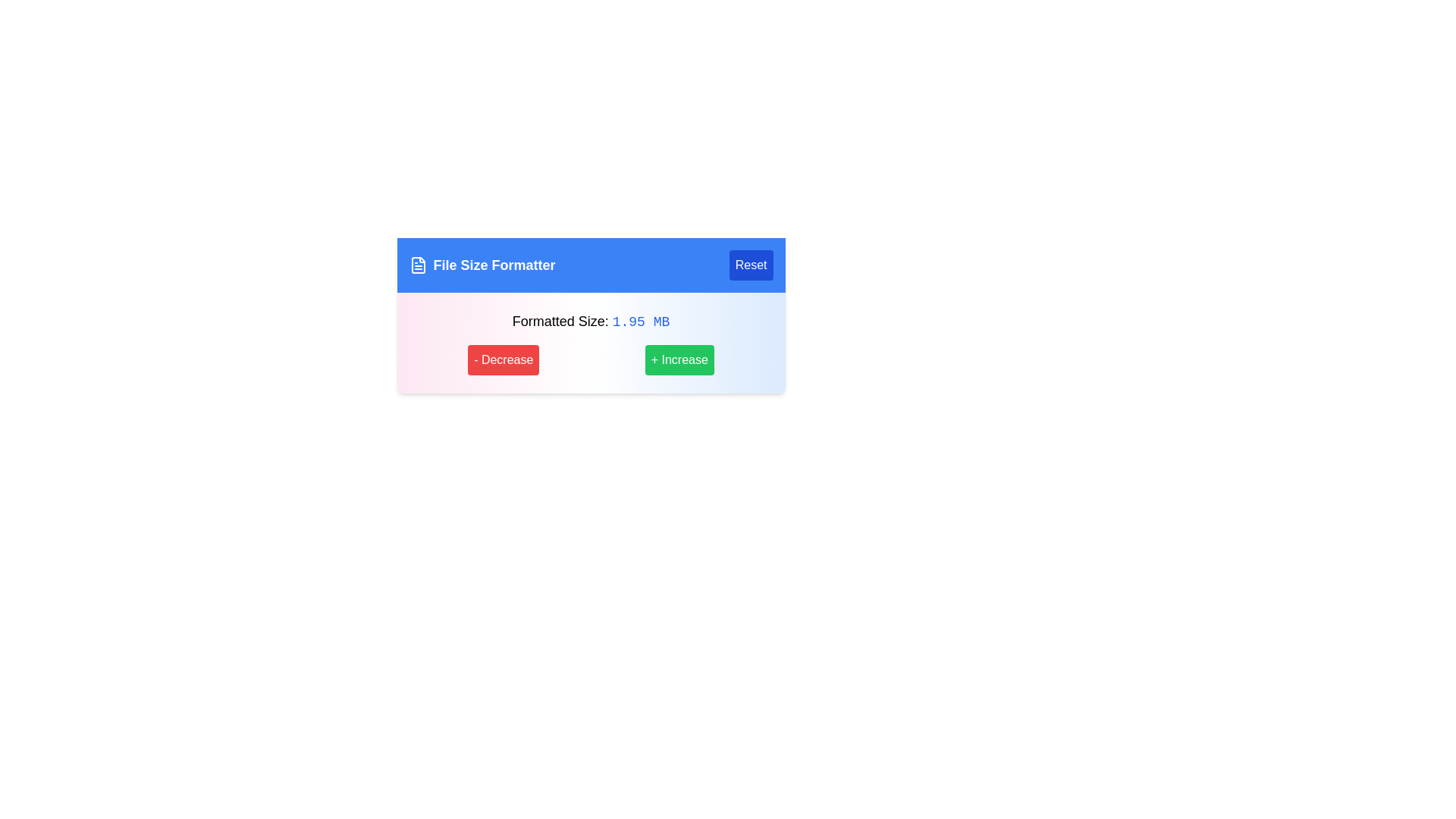  I want to click on the document icon with a white-on-blue theme located next to the 'File Size Formatter' header in the top-left corner of the component layout, so click(418, 265).